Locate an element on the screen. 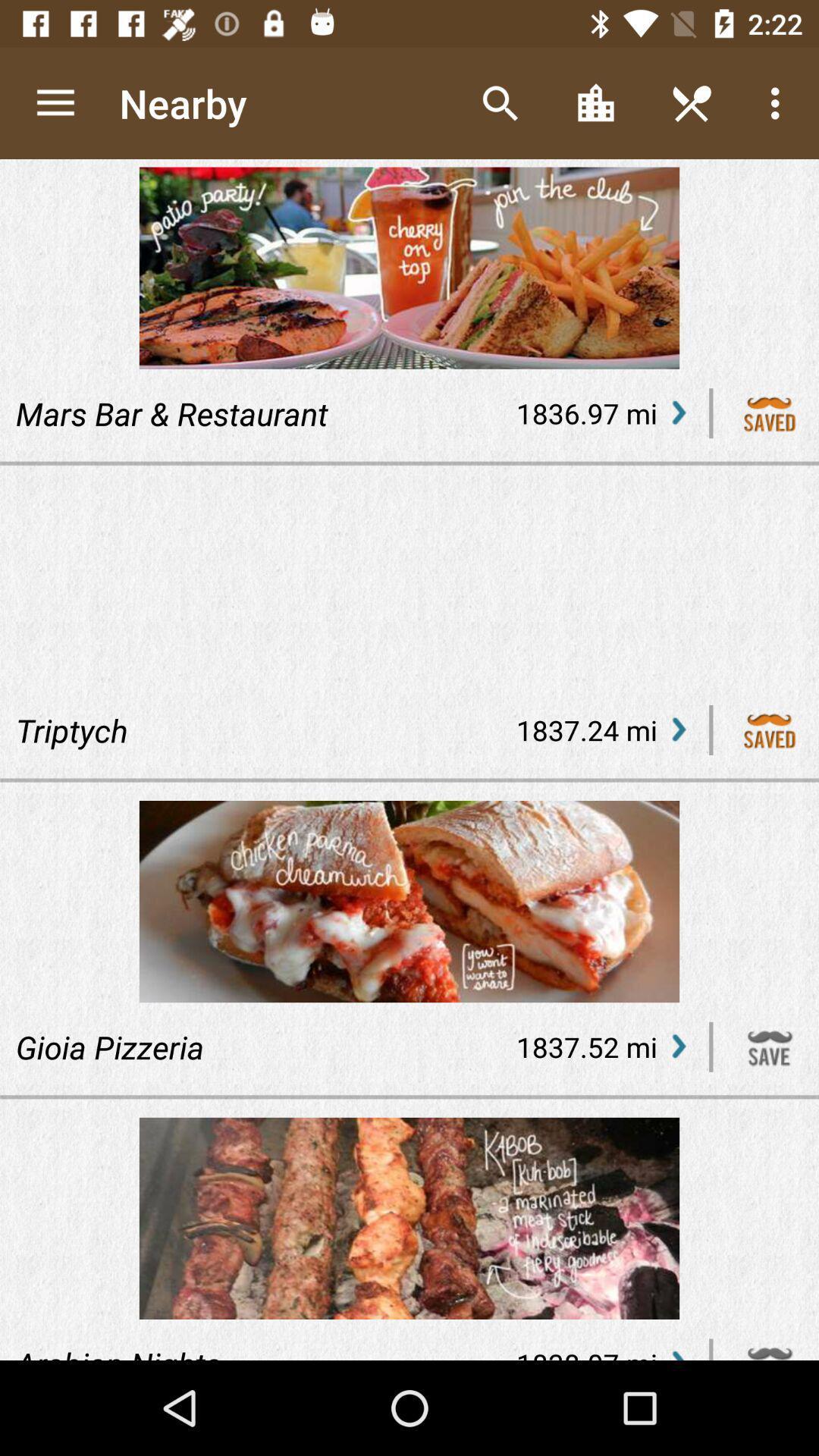 This screenshot has height=1456, width=819. save is located at coordinates (770, 1046).